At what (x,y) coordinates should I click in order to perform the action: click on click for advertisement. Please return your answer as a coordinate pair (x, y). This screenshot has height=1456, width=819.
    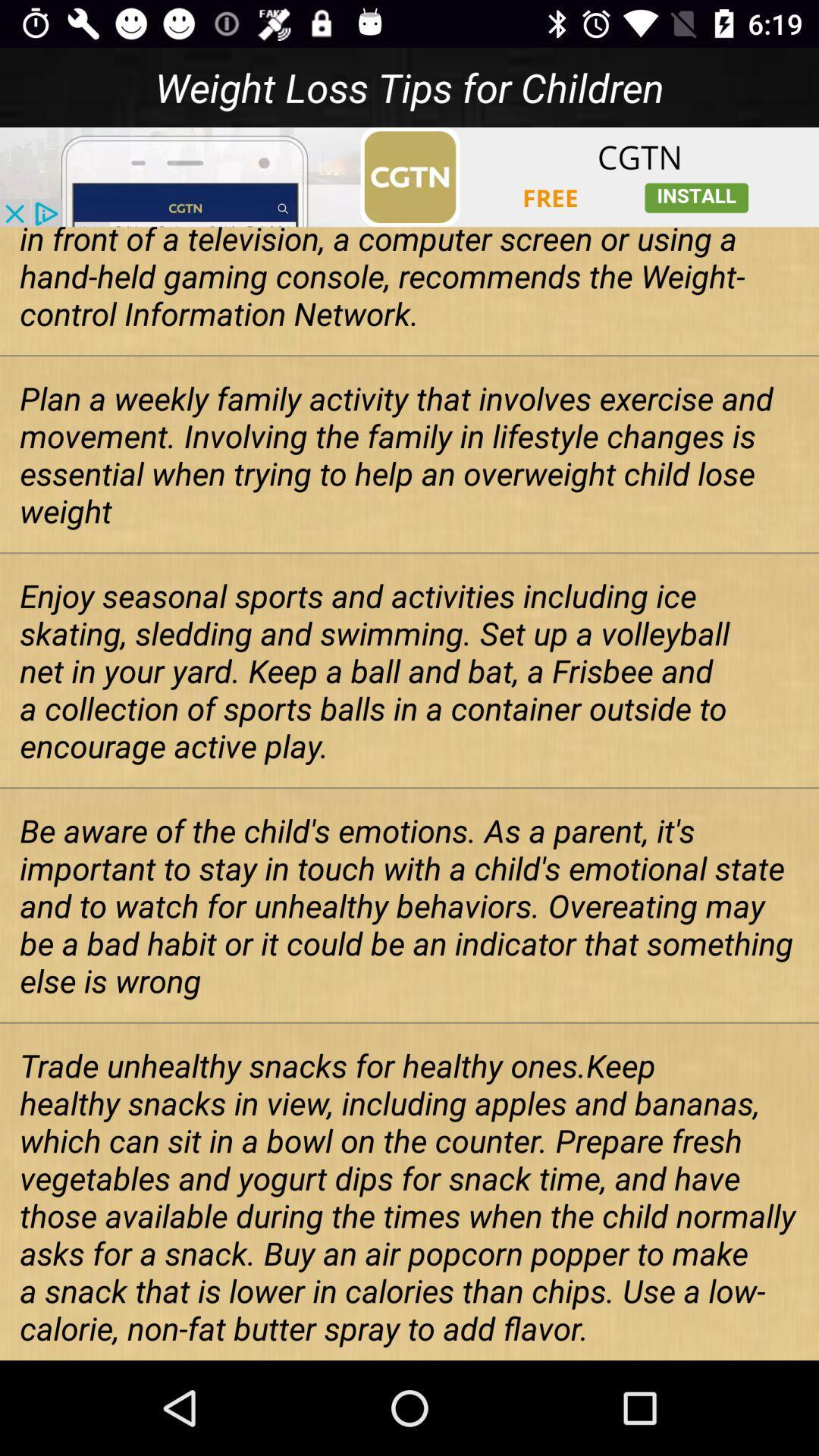
    Looking at the image, I should click on (409, 177).